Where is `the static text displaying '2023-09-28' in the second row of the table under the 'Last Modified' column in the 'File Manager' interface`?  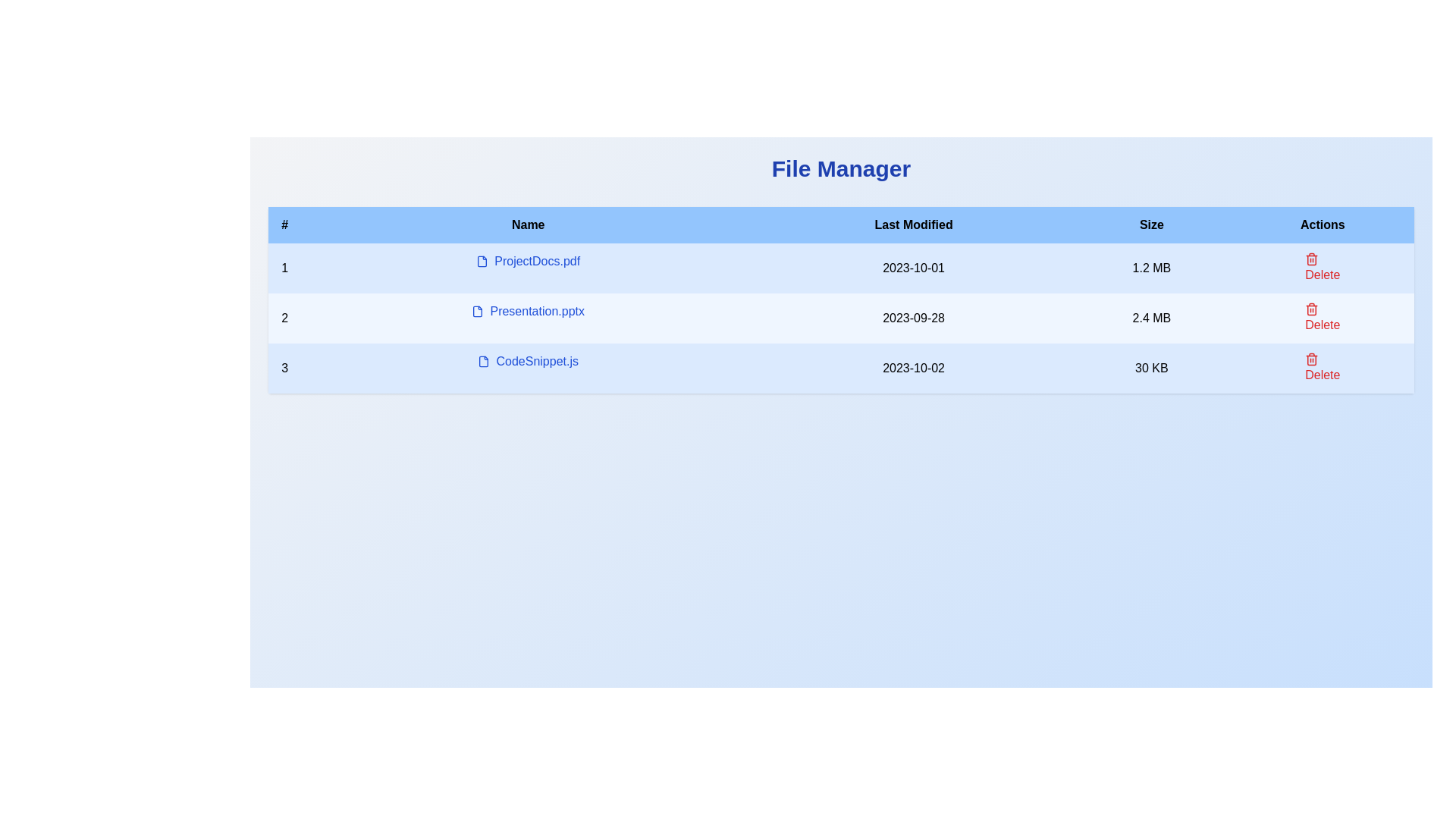
the static text displaying '2023-09-28' in the second row of the table under the 'Last Modified' column in the 'File Manager' interface is located at coordinates (913, 318).